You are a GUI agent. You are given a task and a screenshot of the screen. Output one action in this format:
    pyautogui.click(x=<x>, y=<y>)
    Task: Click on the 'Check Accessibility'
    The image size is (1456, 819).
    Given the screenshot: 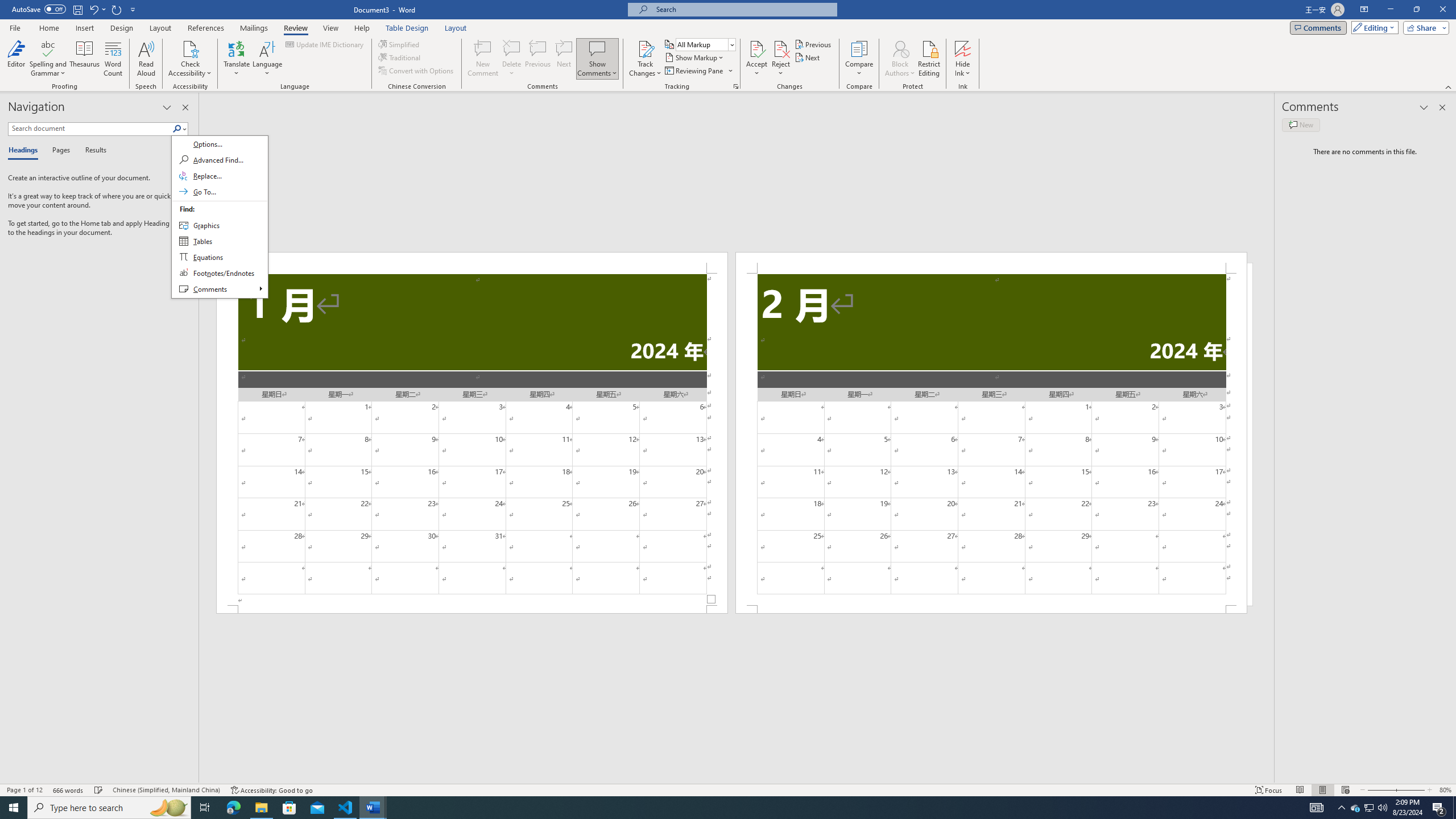 What is the action you would take?
    pyautogui.click(x=190, y=59)
    